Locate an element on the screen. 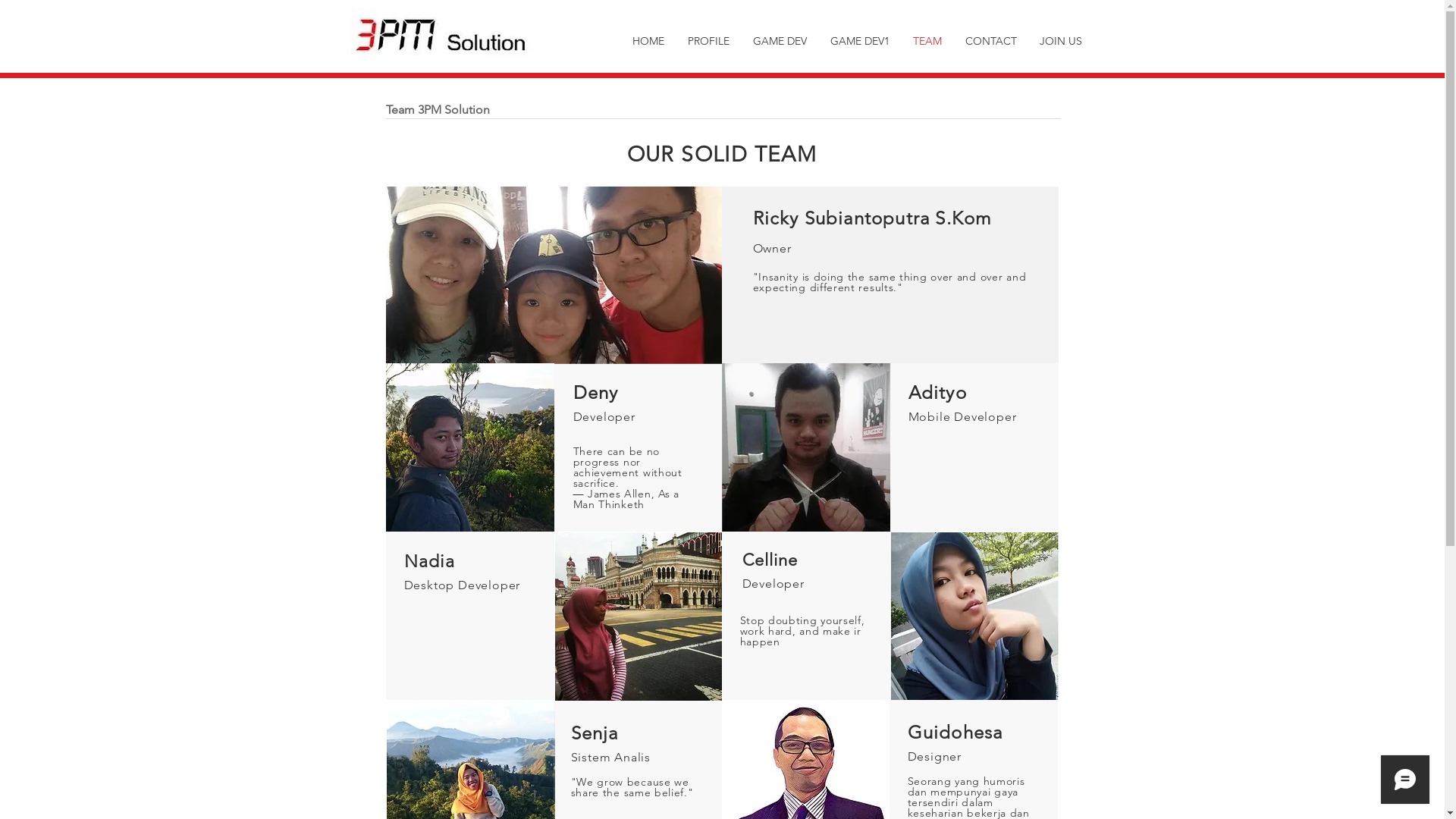  'HOME' is located at coordinates (648, 40).